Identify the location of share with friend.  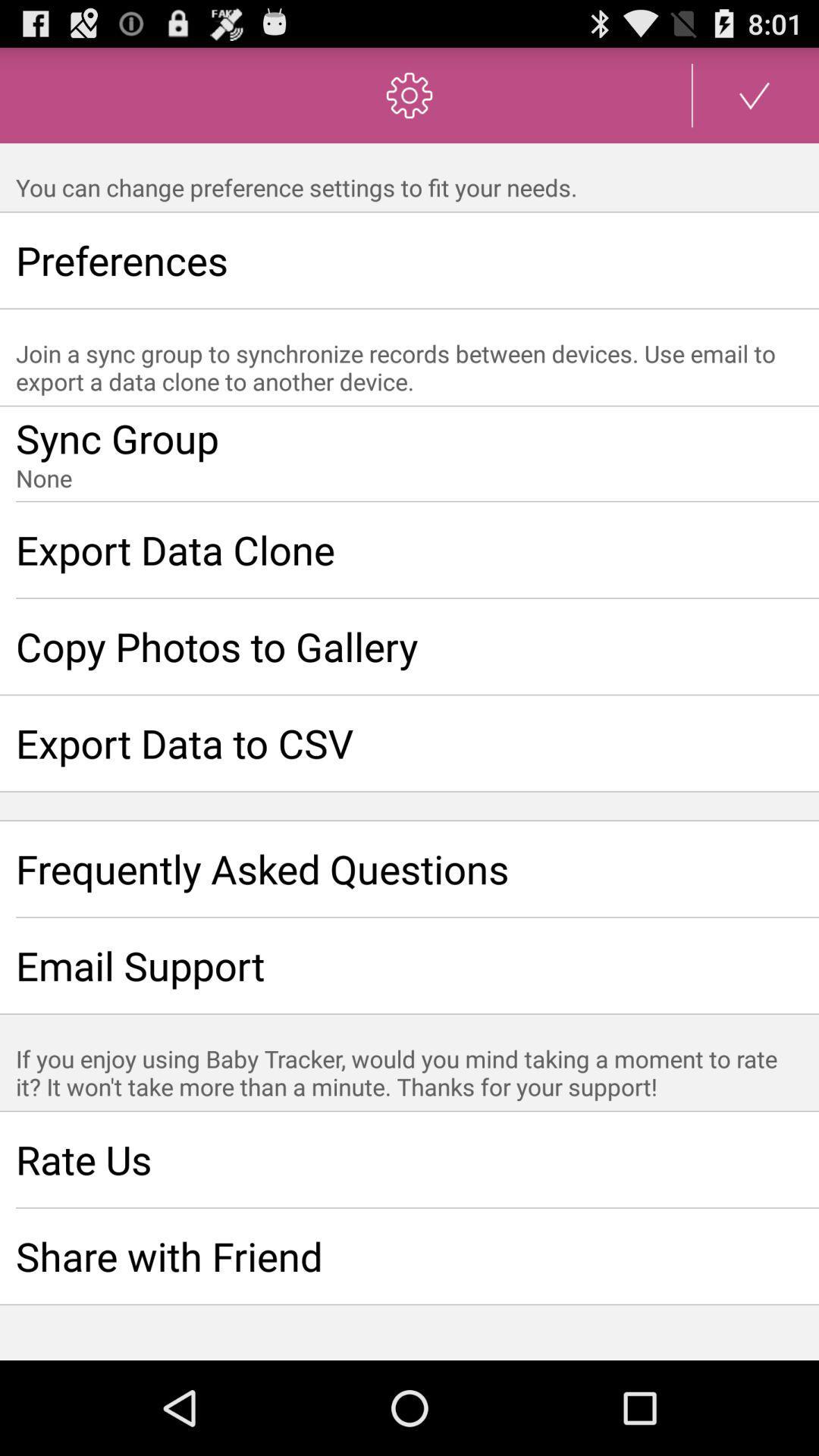
(409, 1256).